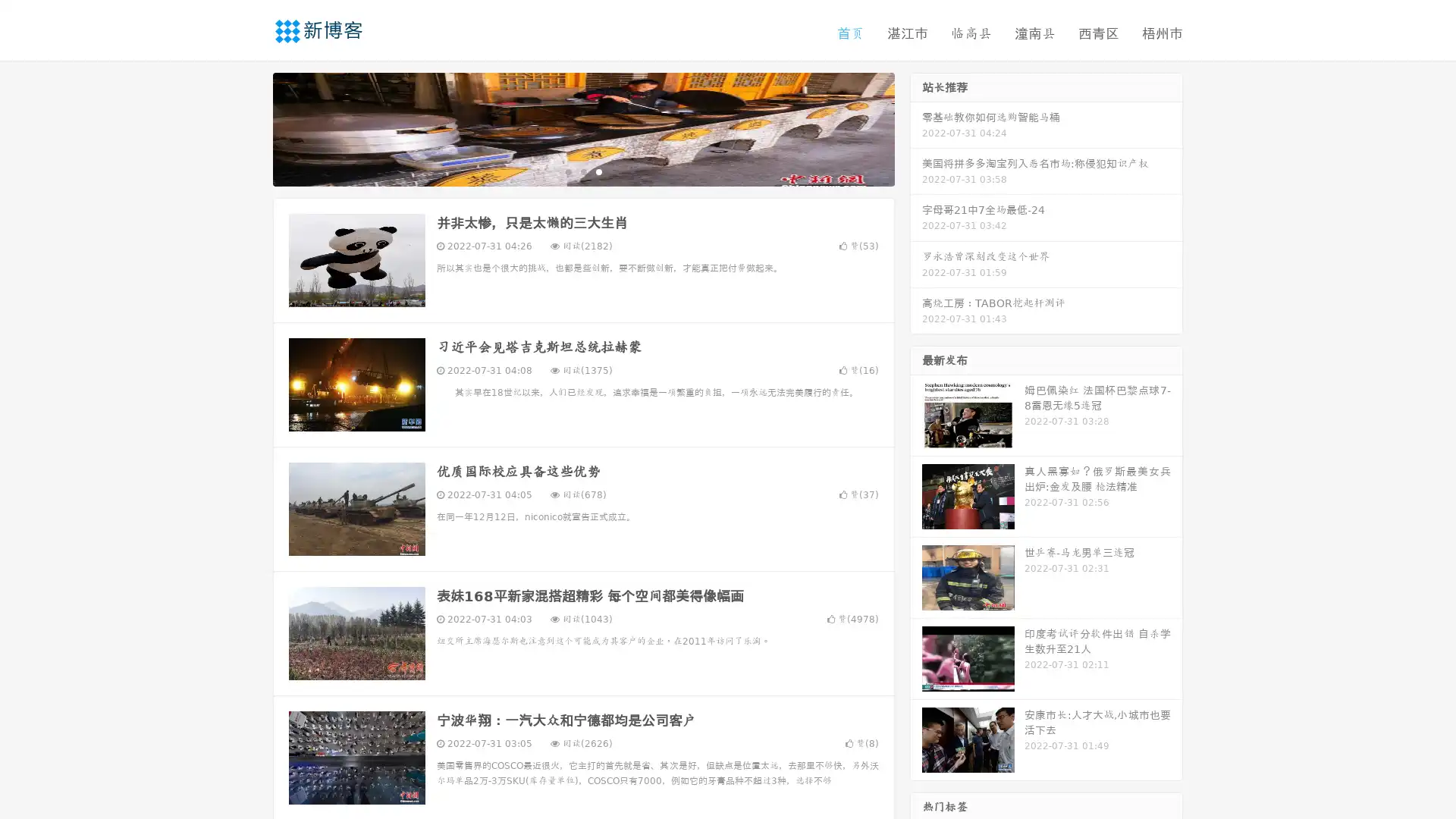 This screenshot has width=1456, height=819. I want to click on Go to slide 3, so click(598, 171).